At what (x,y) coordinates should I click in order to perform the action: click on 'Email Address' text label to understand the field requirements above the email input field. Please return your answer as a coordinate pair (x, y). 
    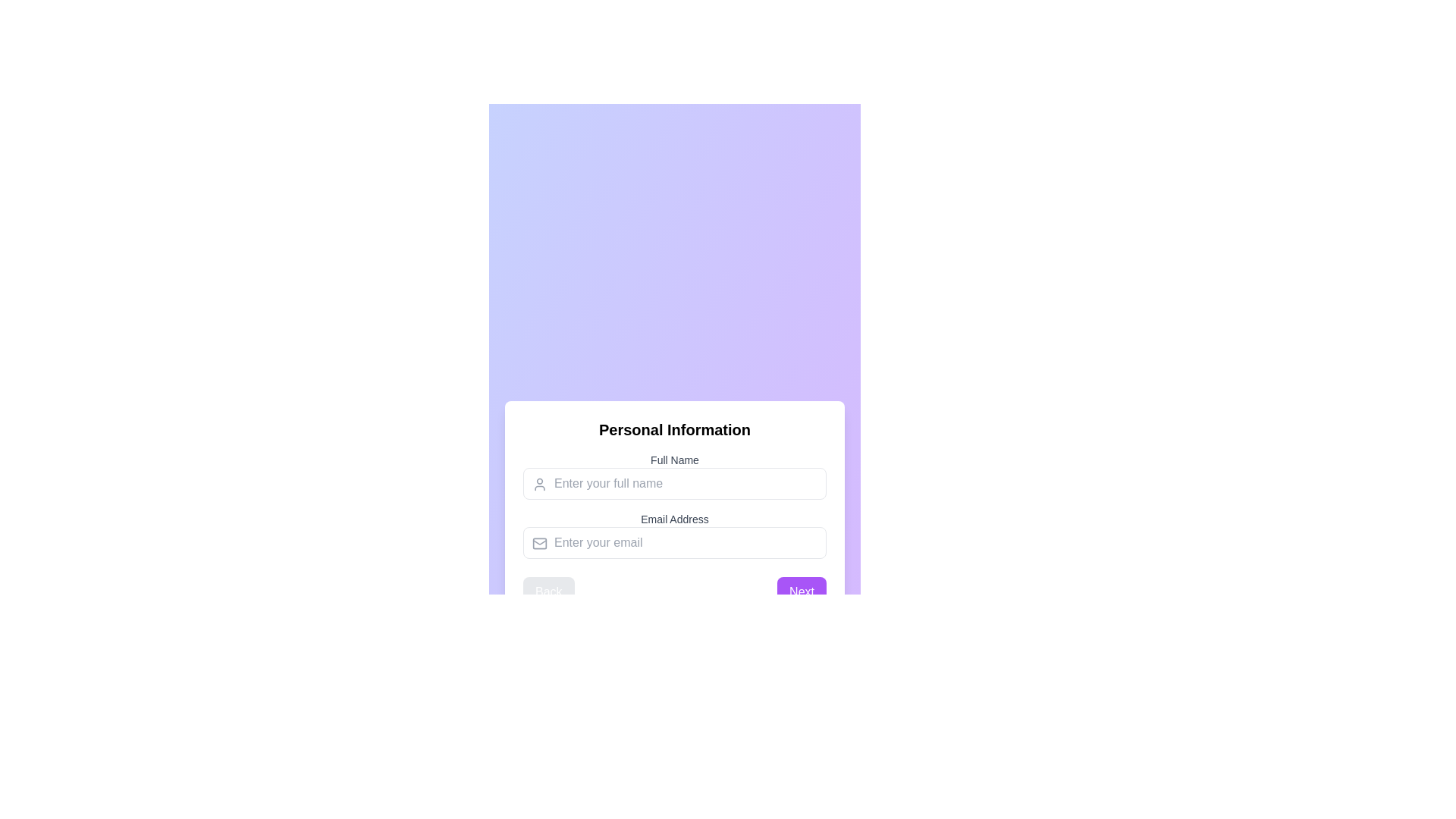
    Looking at the image, I should click on (673, 519).